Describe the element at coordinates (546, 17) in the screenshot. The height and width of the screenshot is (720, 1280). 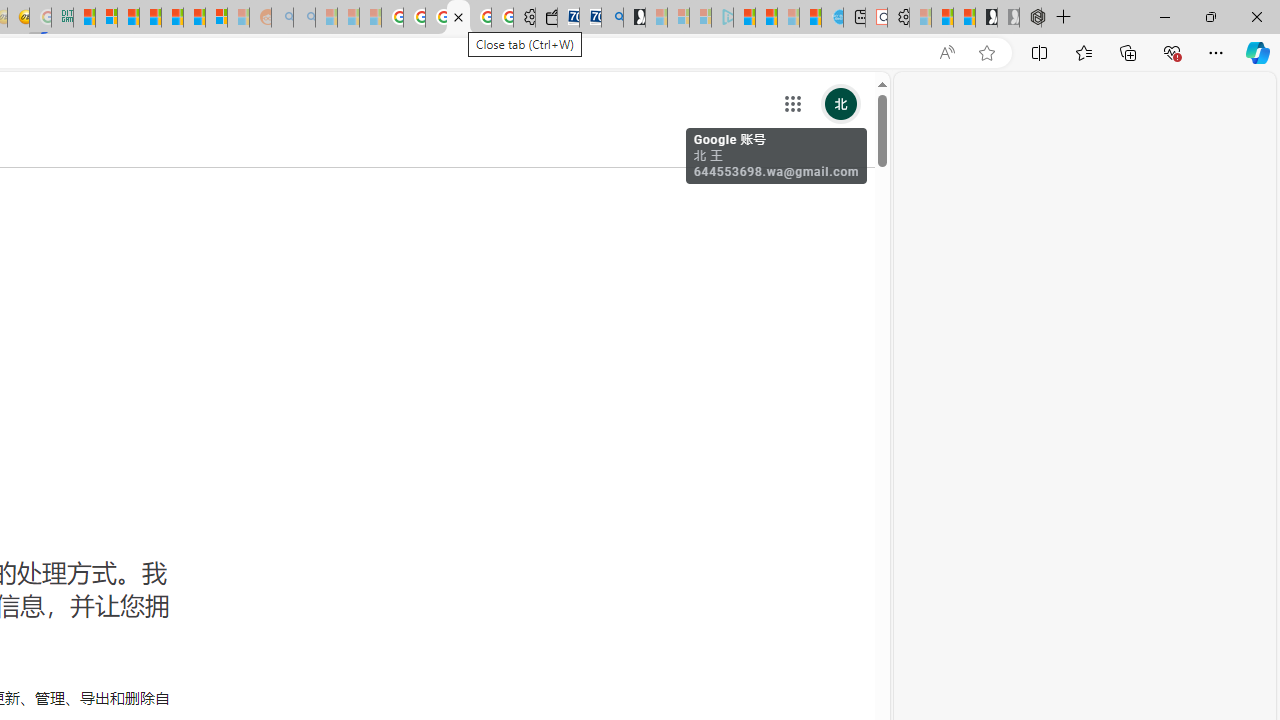
I see `'Wallet'` at that location.